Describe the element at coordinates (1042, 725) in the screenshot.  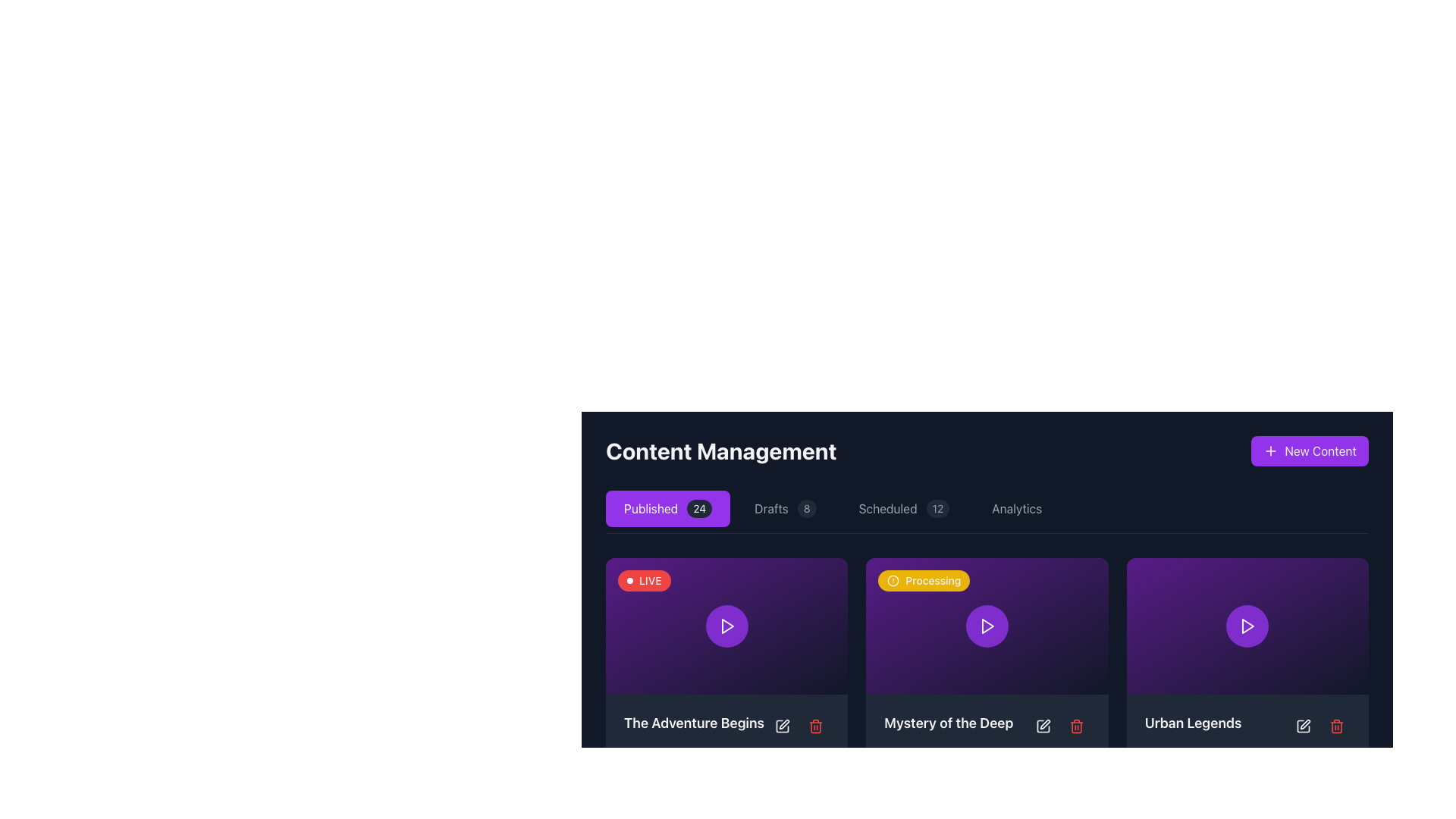
I see `the 'Edit' button icon located in the bottom-right corner of the card labeled 'Mystery of the Deep'` at that location.